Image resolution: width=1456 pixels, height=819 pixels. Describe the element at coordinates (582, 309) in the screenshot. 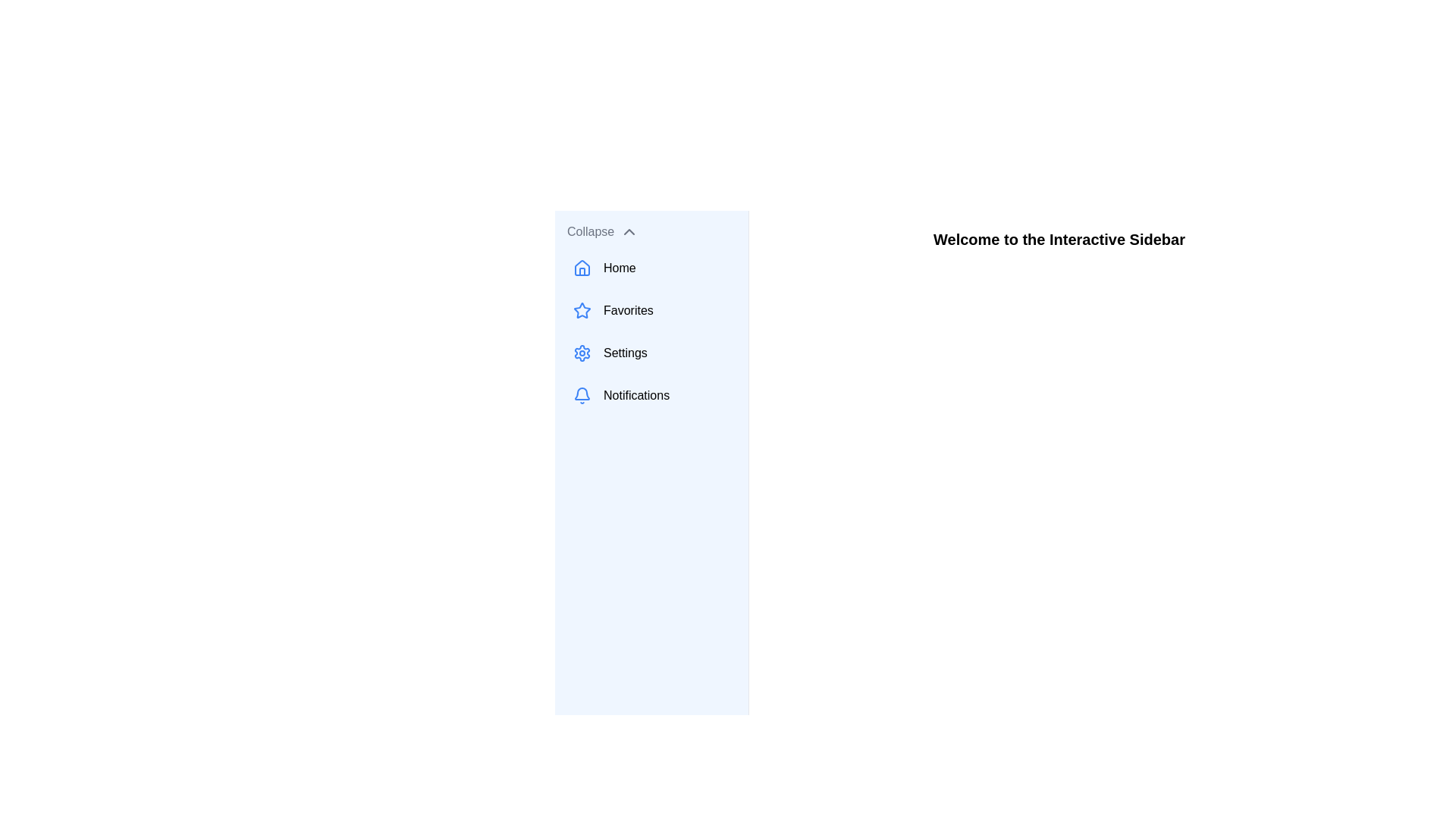

I see `the blue star-shaped icon in the navigation sidebar, positioned second in the list under the collapse button` at that location.